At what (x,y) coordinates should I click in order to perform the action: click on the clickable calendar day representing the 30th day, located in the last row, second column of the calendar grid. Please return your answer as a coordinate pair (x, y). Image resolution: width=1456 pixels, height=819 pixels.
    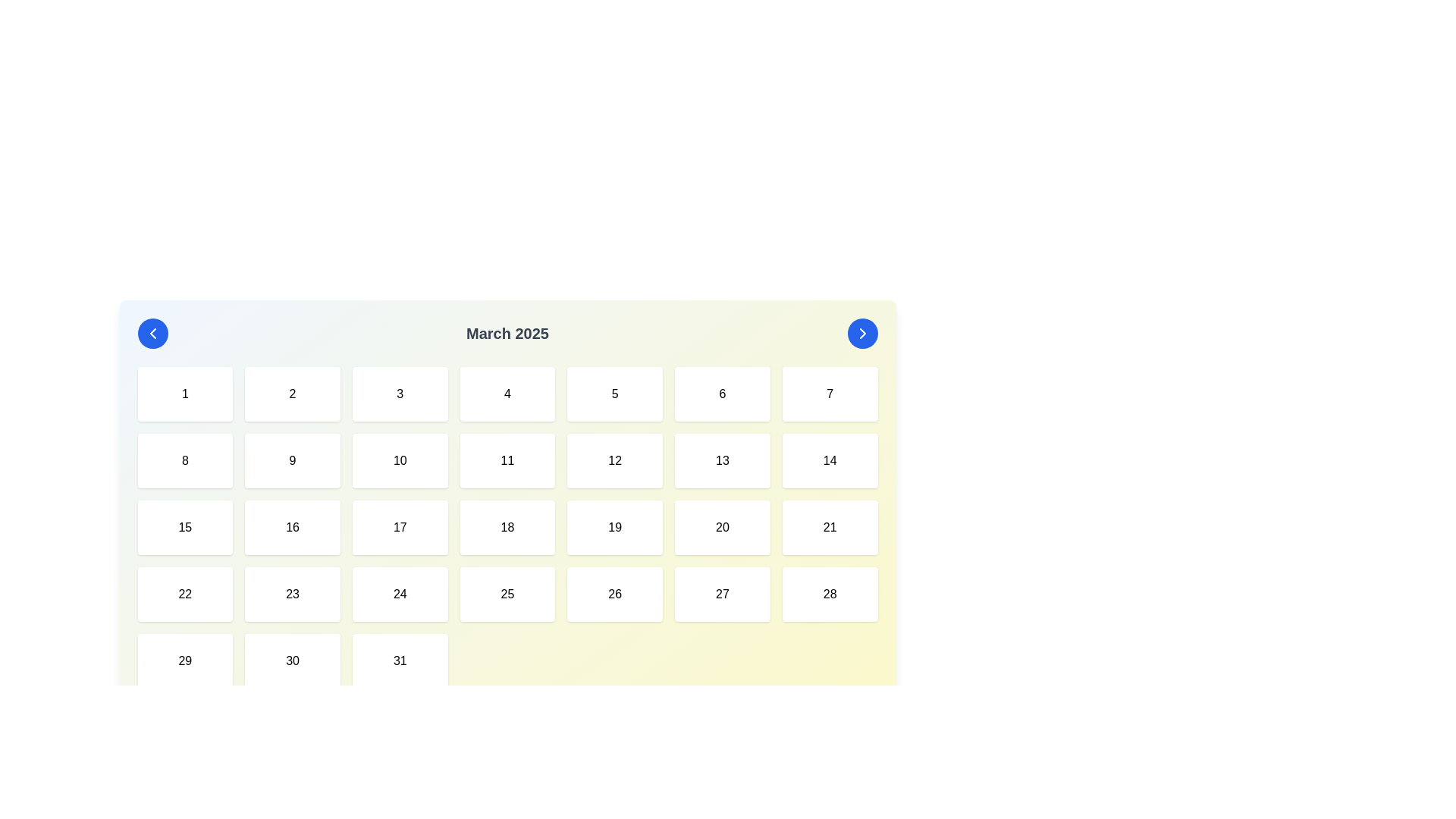
    Looking at the image, I should click on (293, 660).